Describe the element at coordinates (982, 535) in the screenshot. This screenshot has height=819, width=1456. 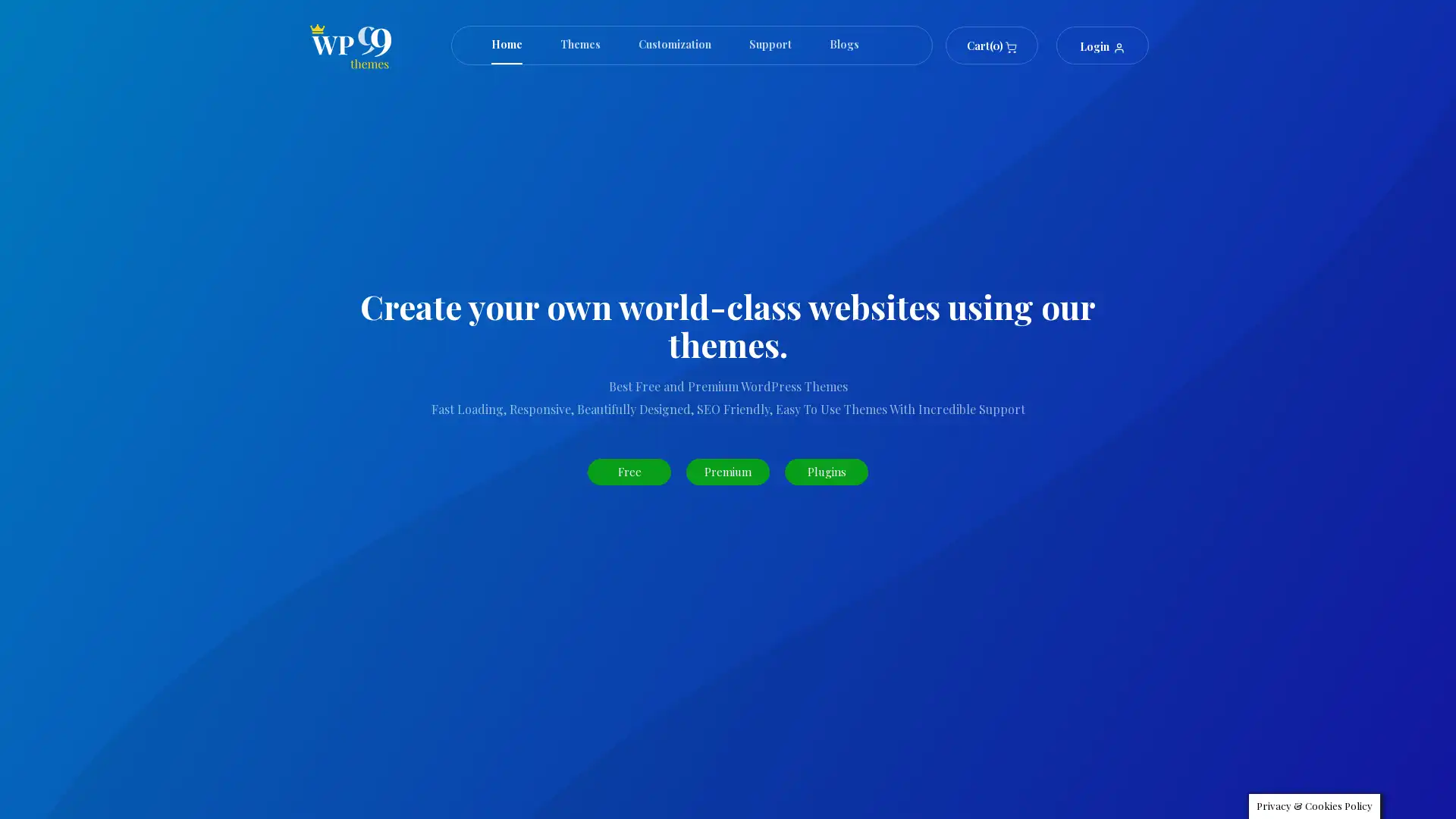
I see `Search` at that location.